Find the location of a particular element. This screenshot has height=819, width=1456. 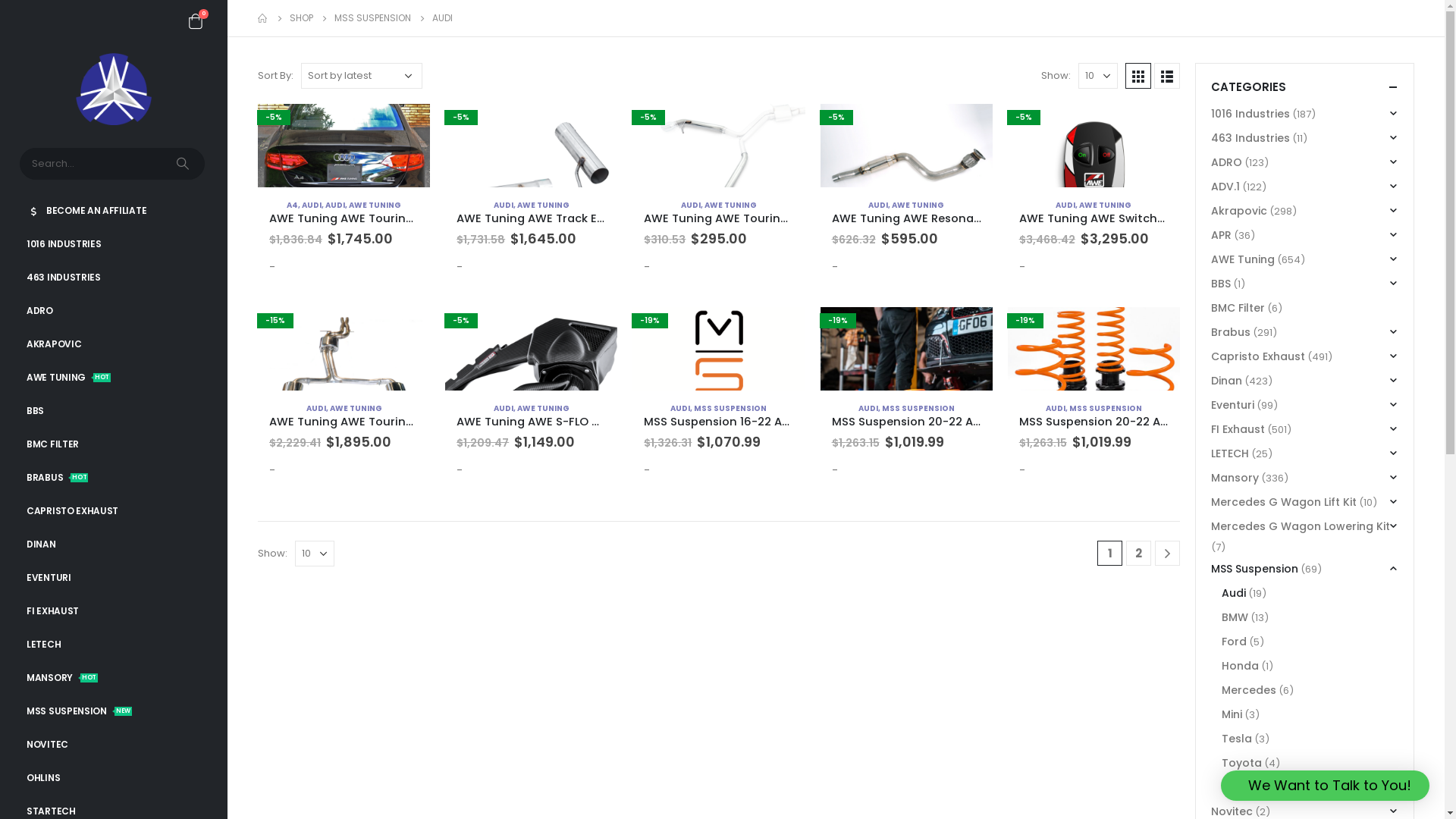

'BMC FILTER' is located at coordinates (112, 444).